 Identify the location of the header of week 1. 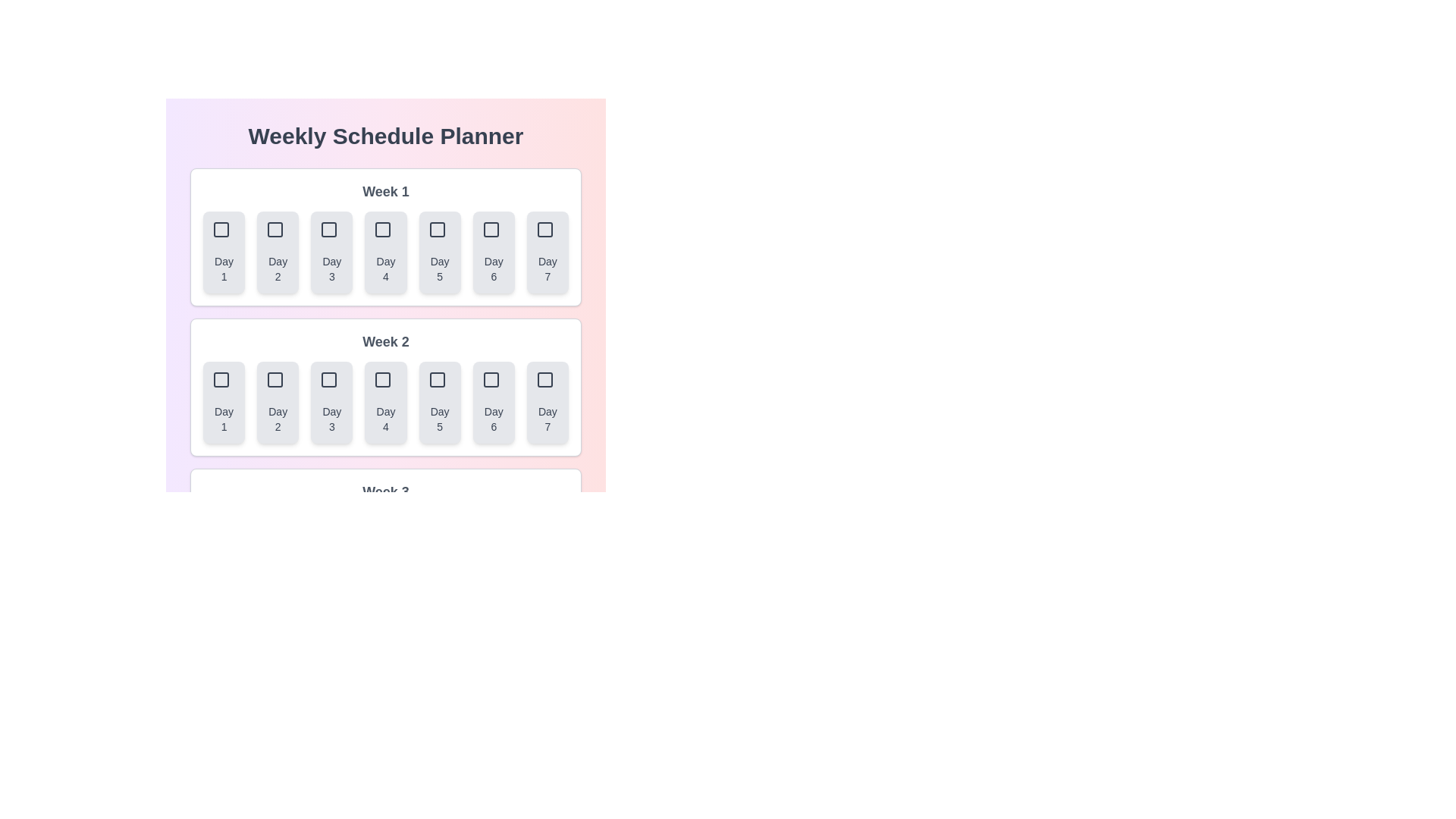
(385, 191).